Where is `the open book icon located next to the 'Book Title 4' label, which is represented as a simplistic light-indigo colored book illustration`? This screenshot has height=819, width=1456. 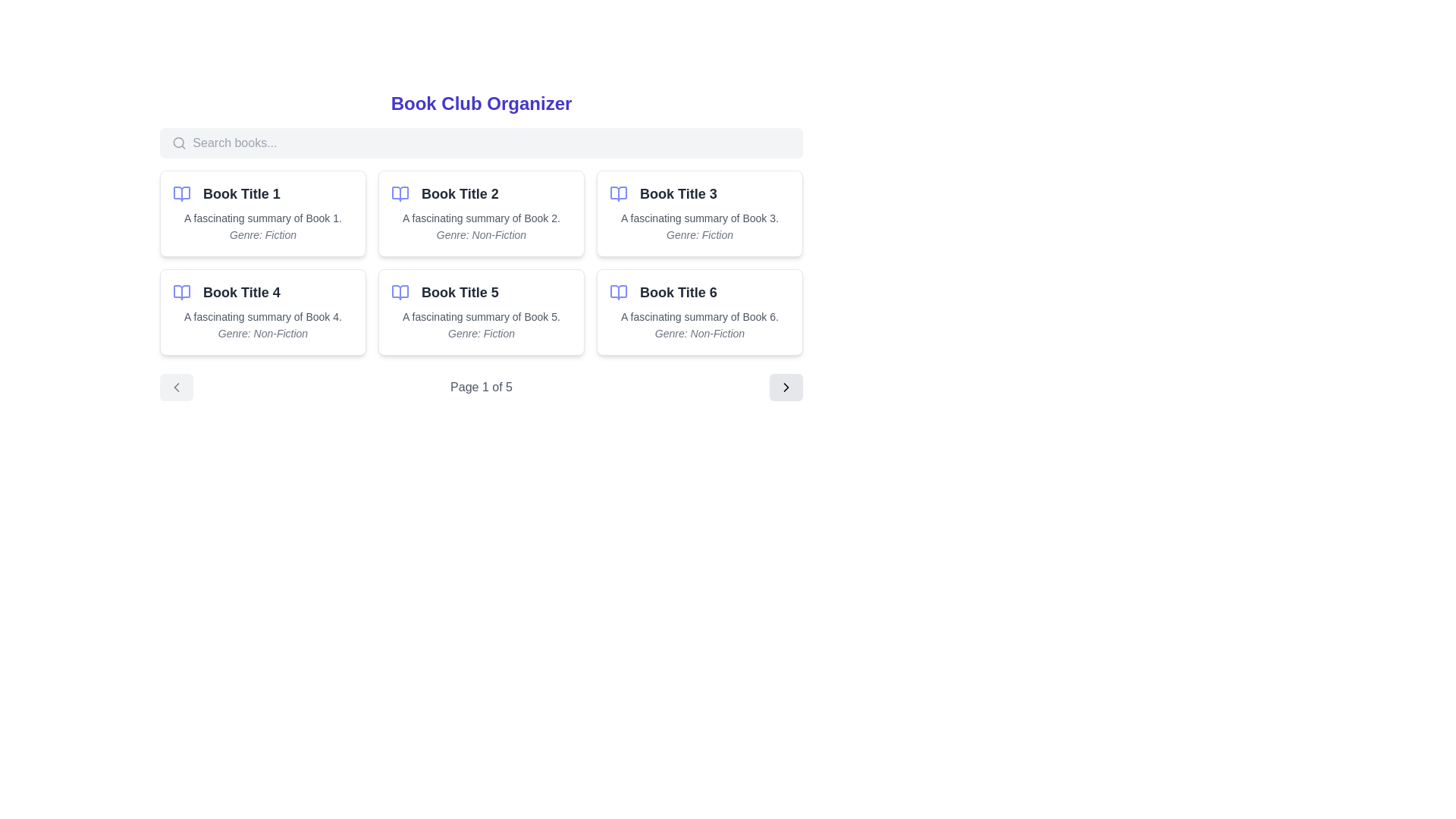 the open book icon located next to the 'Book Title 4' label, which is represented as a simplistic light-indigo colored book illustration is located at coordinates (182, 292).